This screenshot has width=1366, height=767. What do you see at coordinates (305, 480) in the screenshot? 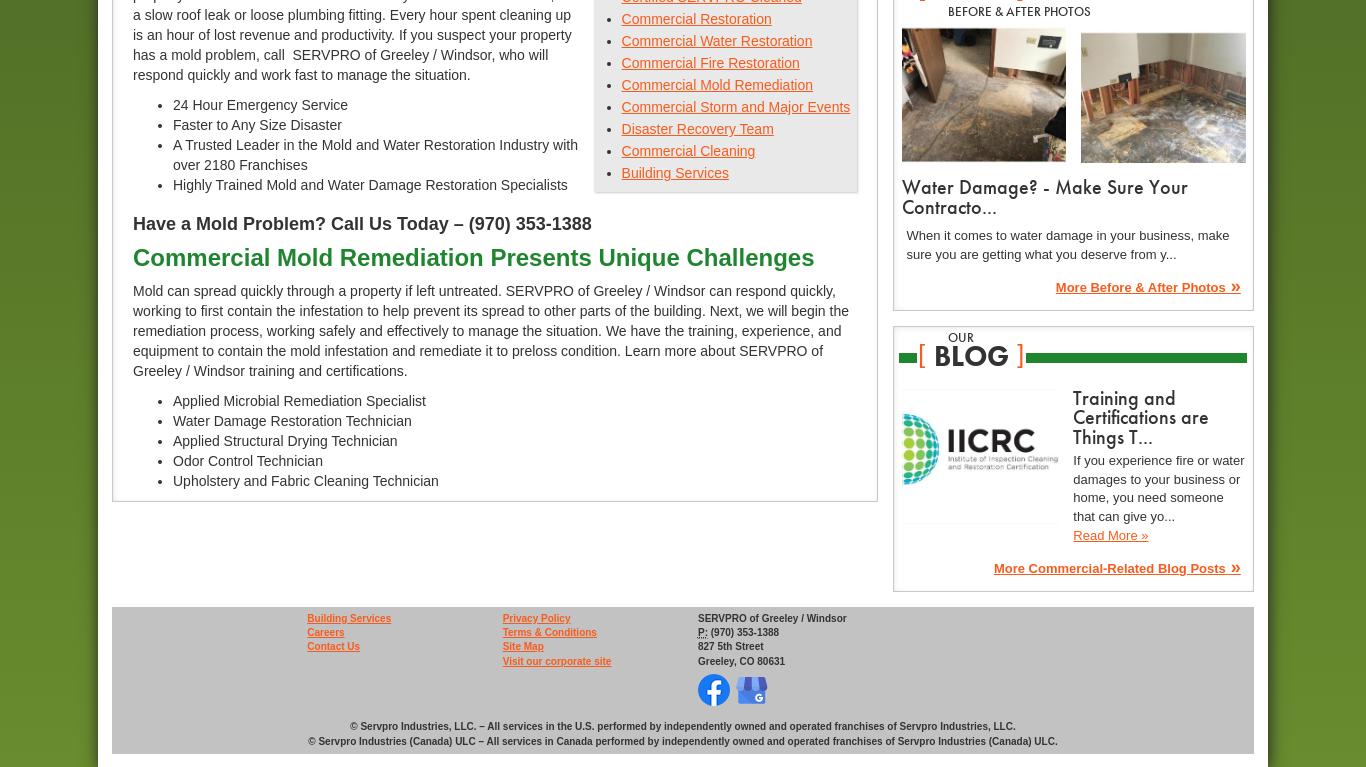
I see `'Upholstery and Fabric Cleaning Technician'` at bounding box center [305, 480].